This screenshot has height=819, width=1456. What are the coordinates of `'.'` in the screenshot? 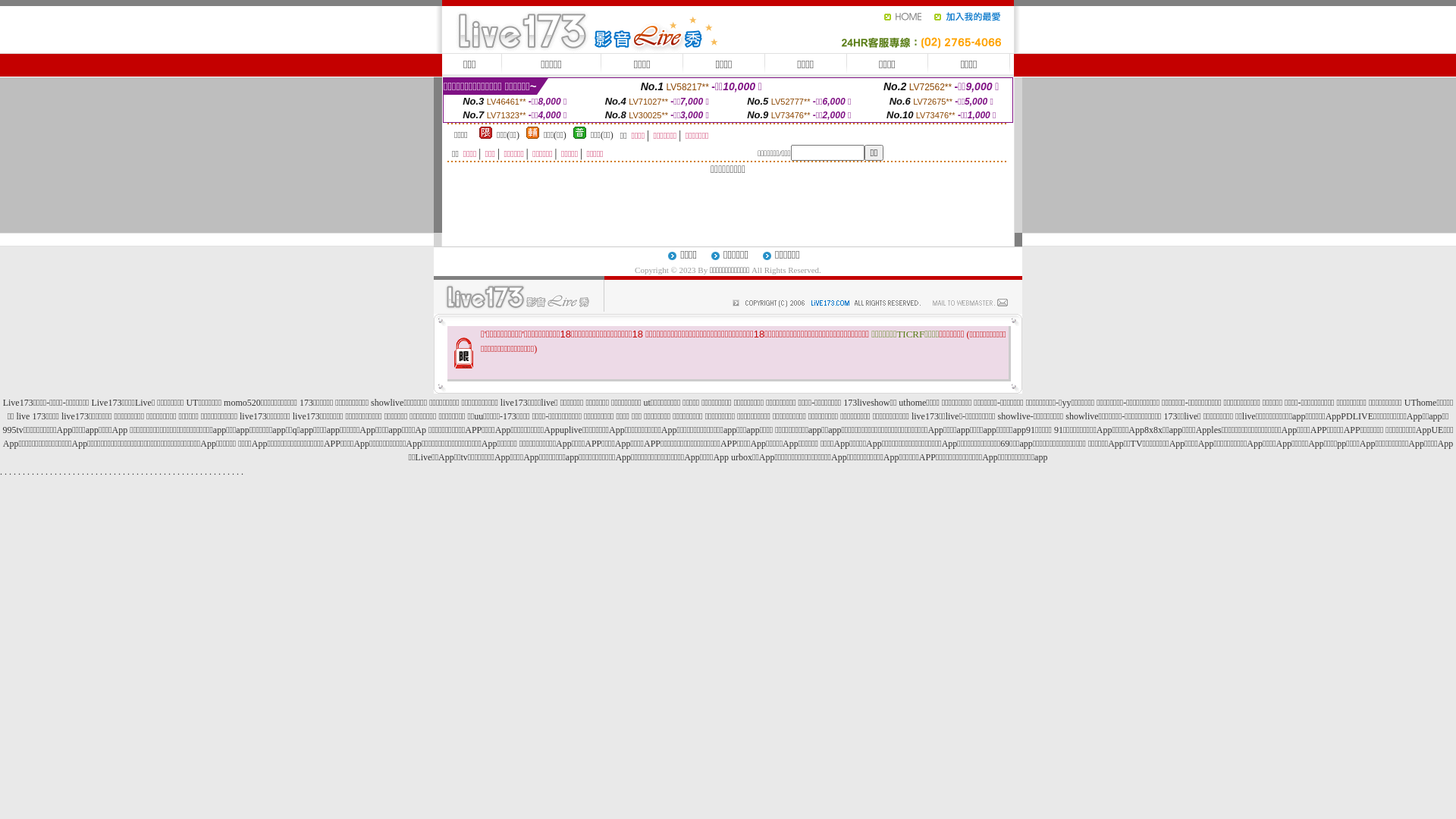 It's located at (73, 470).